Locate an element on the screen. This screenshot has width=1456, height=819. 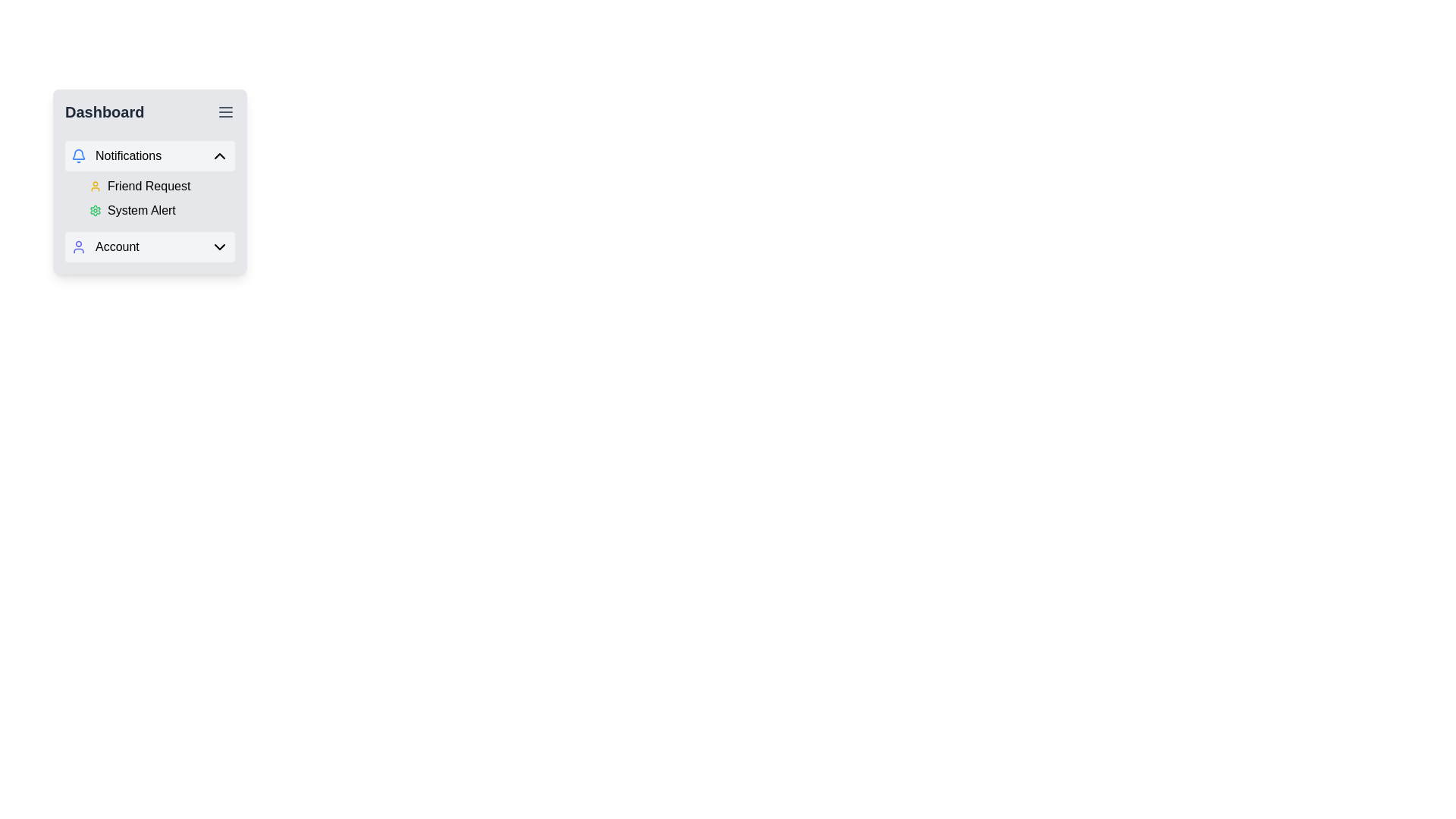
the 'Notifications' button, which serves as a collapsible menu header in the sidebar is located at coordinates (149, 155).